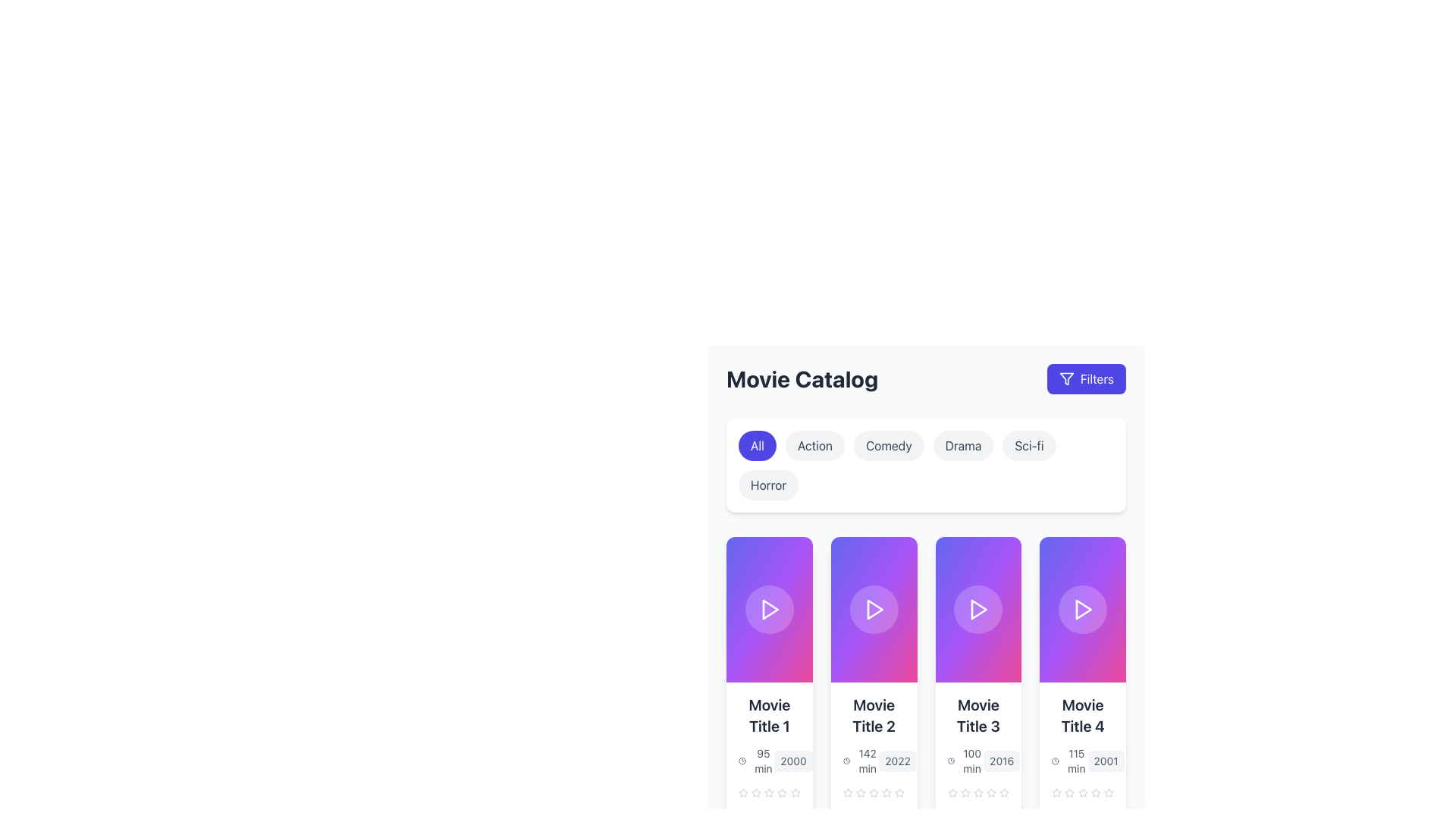  Describe the element at coordinates (978, 608) in the screenshot. I see `the Play Button with Background located at the uppermost portion of the card labeled 'Movie Title 3' to play the associated media` at that location.